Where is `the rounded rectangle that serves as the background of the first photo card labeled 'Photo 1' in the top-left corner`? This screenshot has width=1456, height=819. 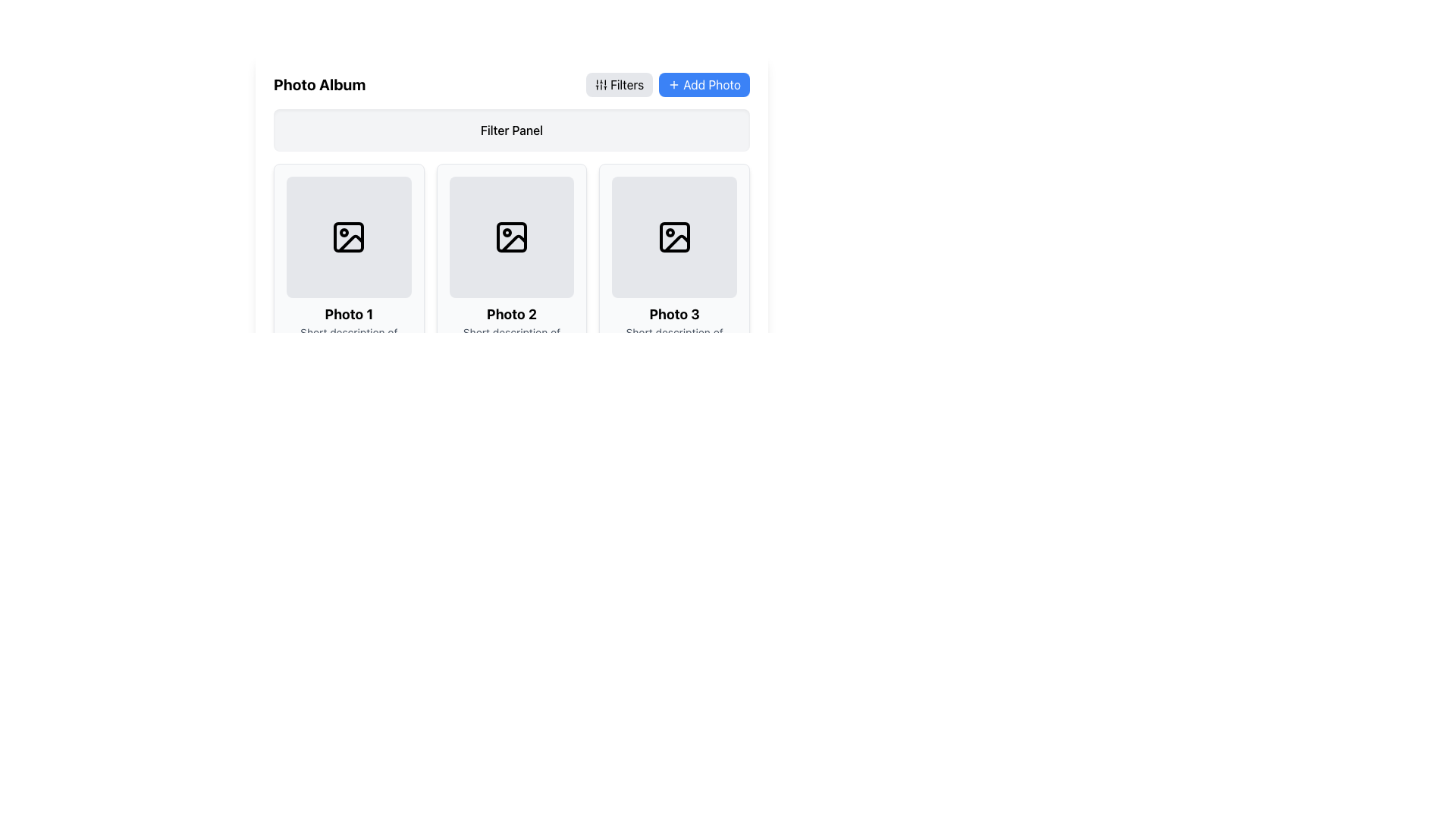
the rounded rectangle that serves as the background of the first photo card labeled 'Photo 1' in the top-left corner is located at coordinates (348, 237).